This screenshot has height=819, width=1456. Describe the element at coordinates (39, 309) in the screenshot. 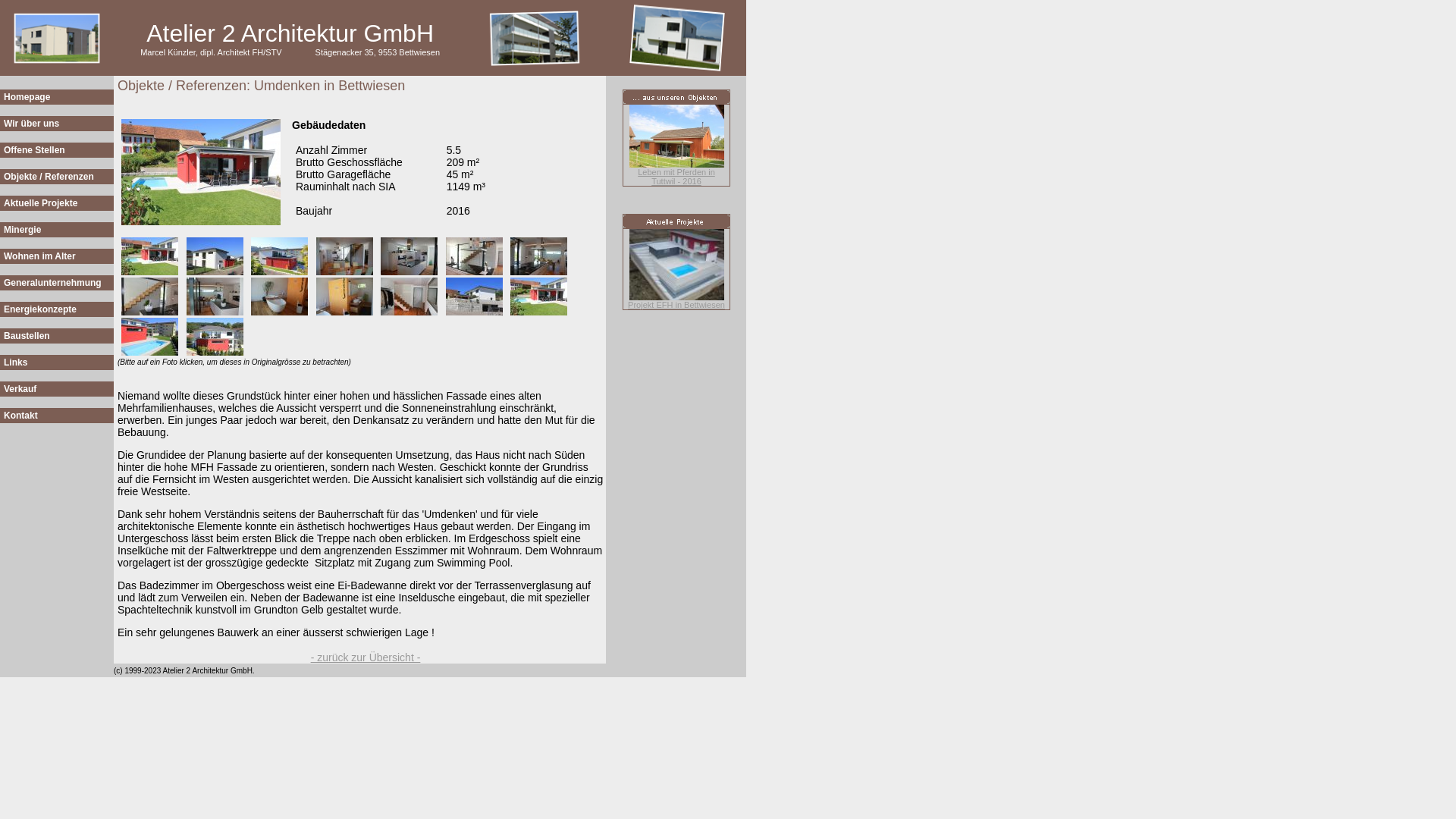

I see `'Energiekonzepte'` at that location.